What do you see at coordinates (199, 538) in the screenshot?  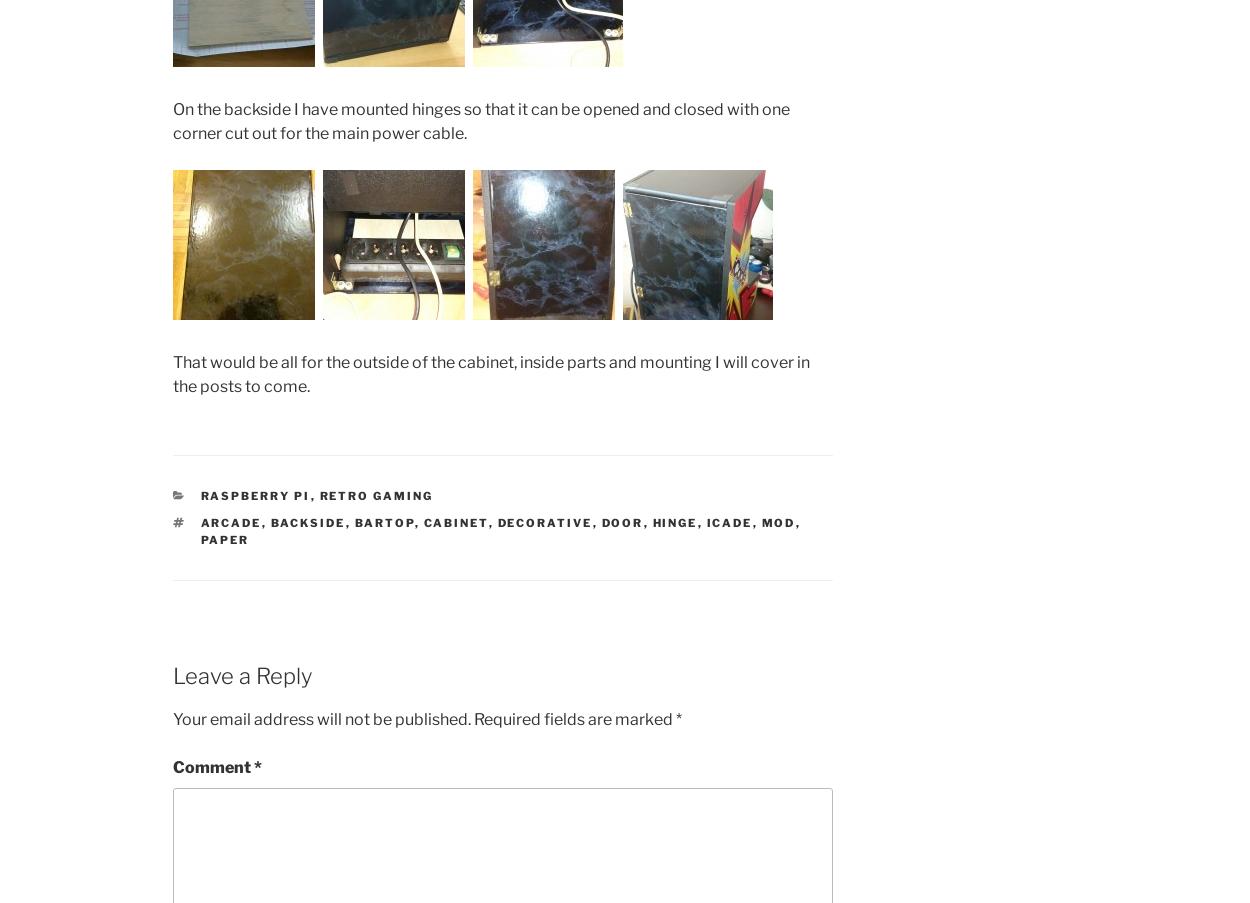 I see `'paper'` at bounding box center [199, 538].